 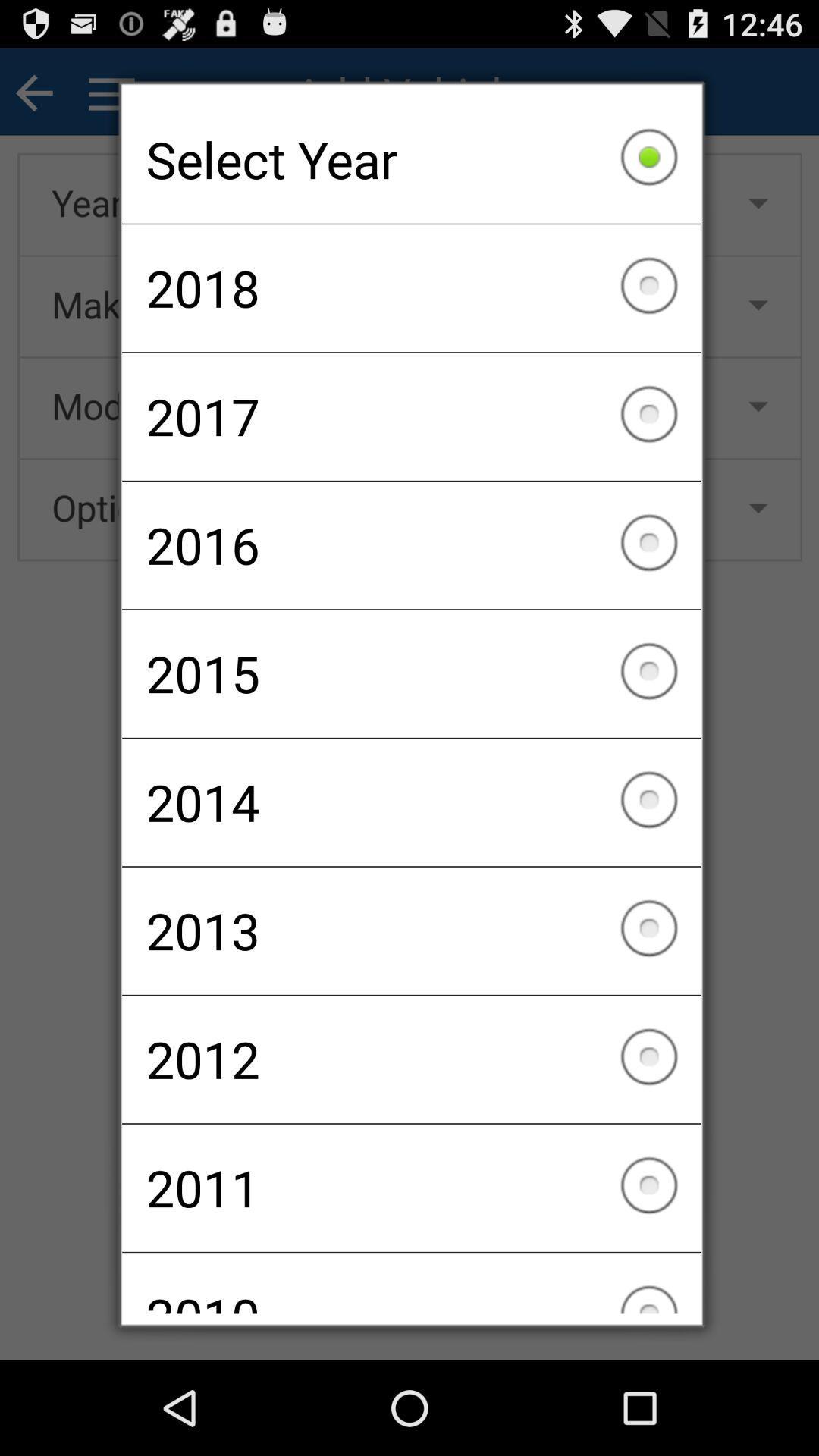 What do you see at coordinates (411, 545) in the screenshot?
I see `checkbox below 2017 item` at bounding box center [411, 545].